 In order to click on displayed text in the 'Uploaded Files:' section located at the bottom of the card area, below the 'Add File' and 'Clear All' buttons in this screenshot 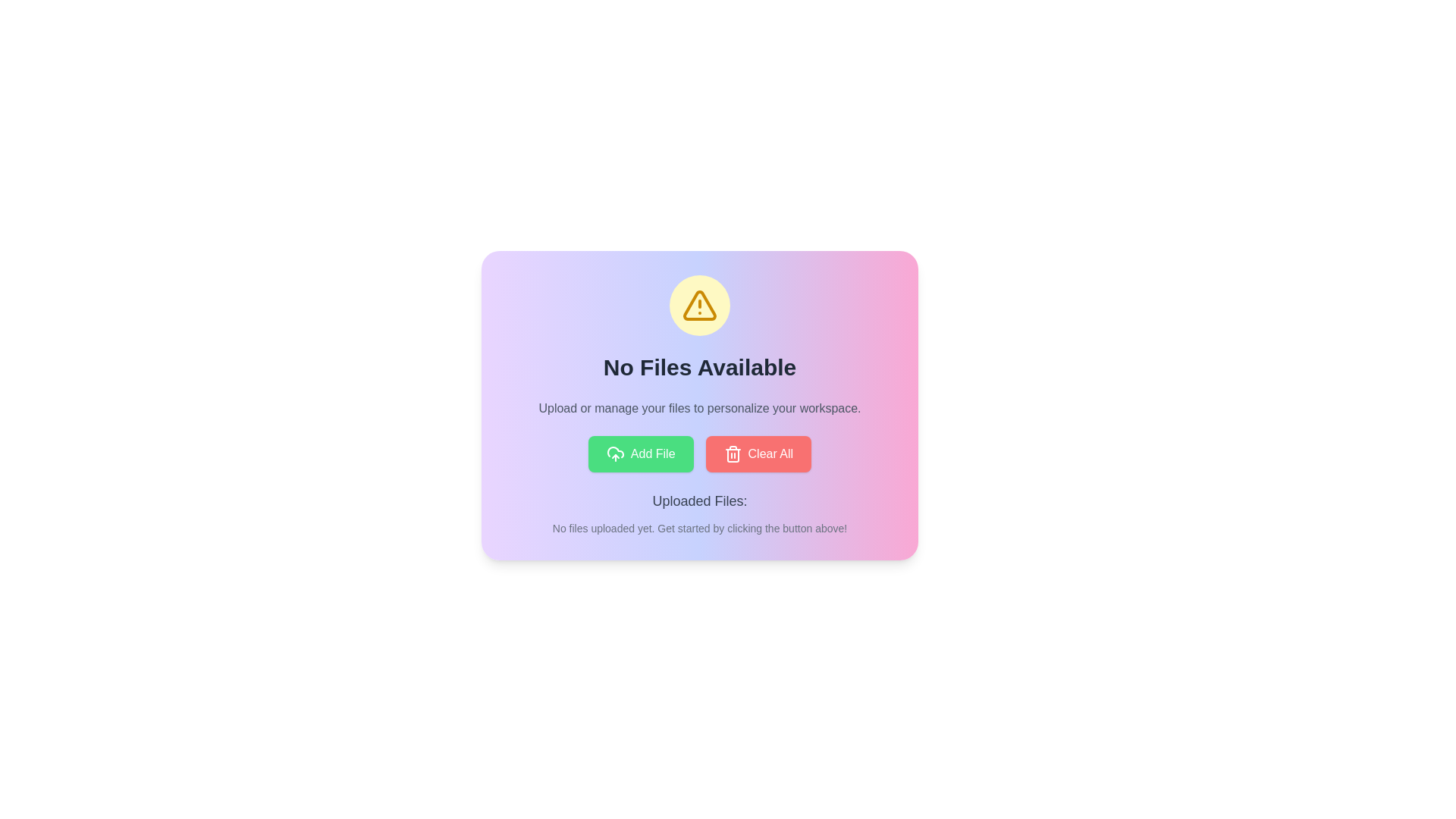, I will do `click(698, 513)`.